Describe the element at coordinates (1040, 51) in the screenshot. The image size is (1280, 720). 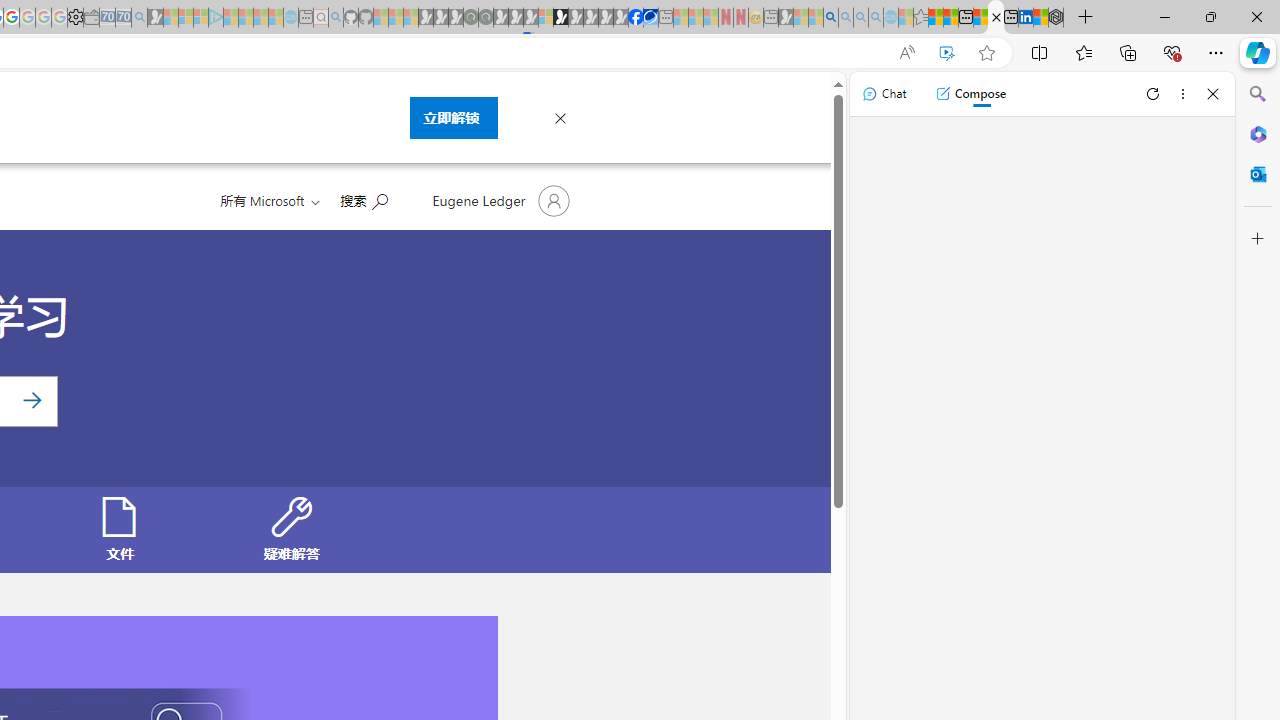
I see `'Split screen'` at that location.